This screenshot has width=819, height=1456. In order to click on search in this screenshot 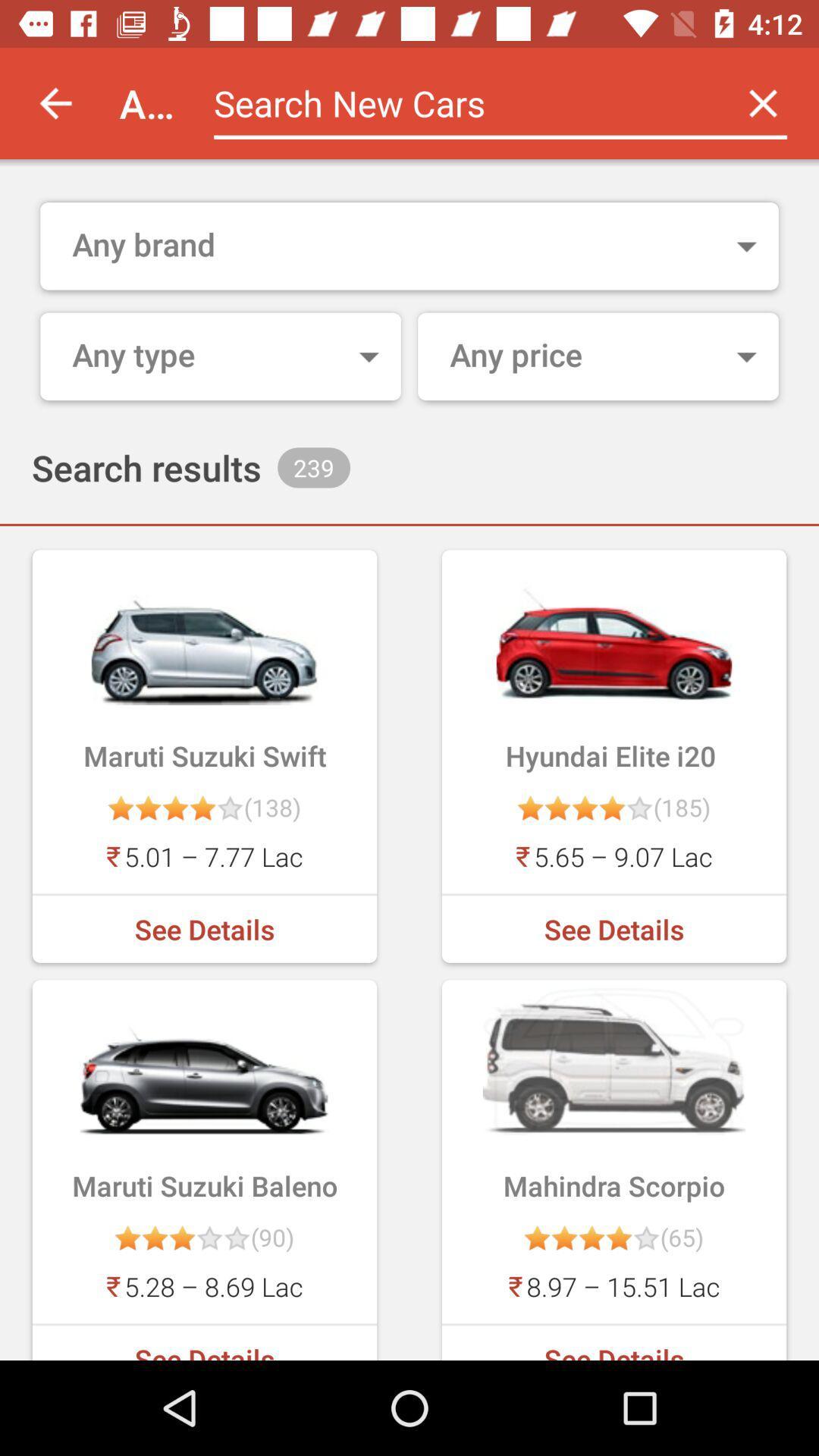, I will do `click(460, 102)`.